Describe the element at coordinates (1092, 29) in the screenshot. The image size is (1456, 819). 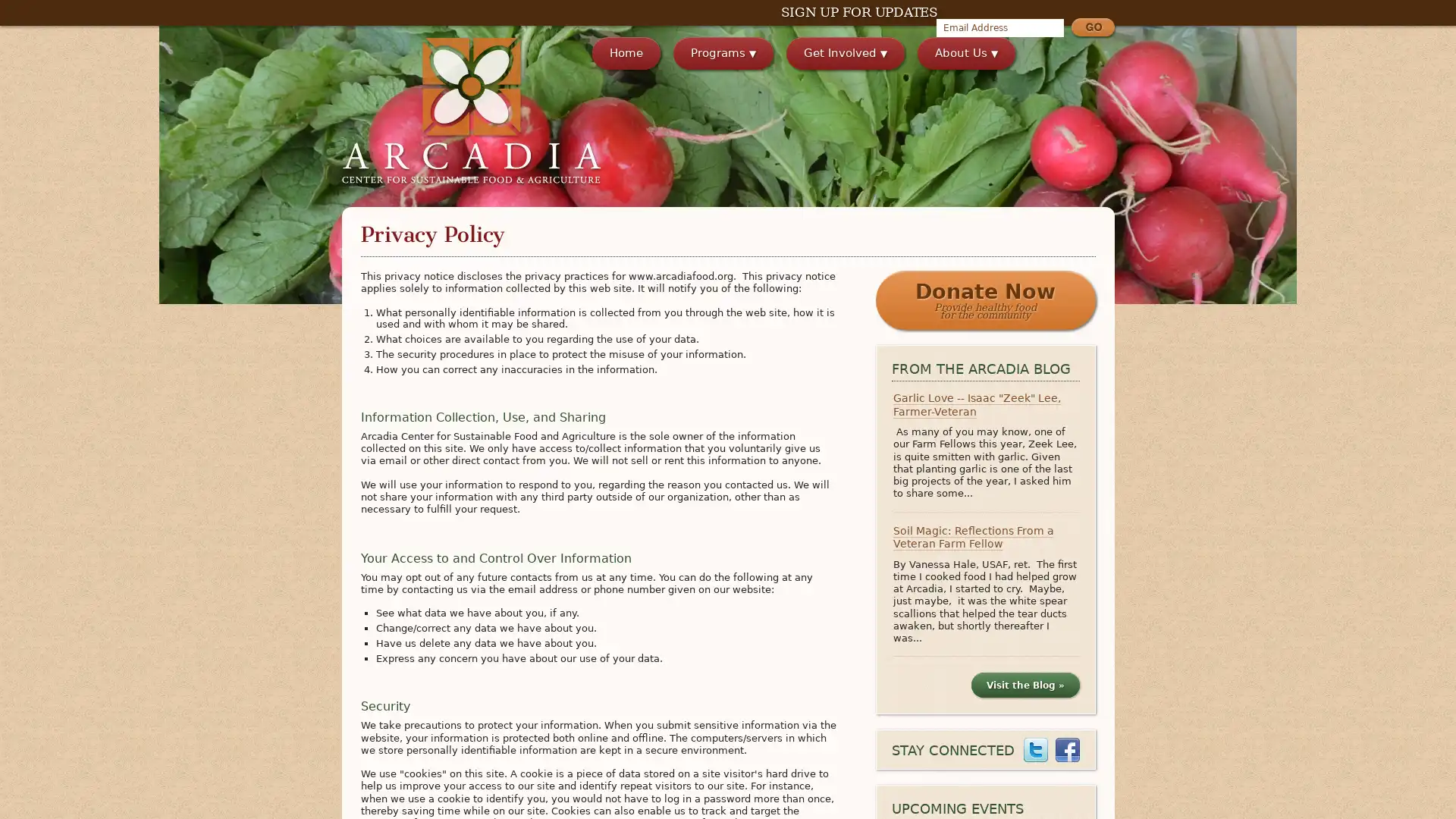
I see `Submit` at that location.